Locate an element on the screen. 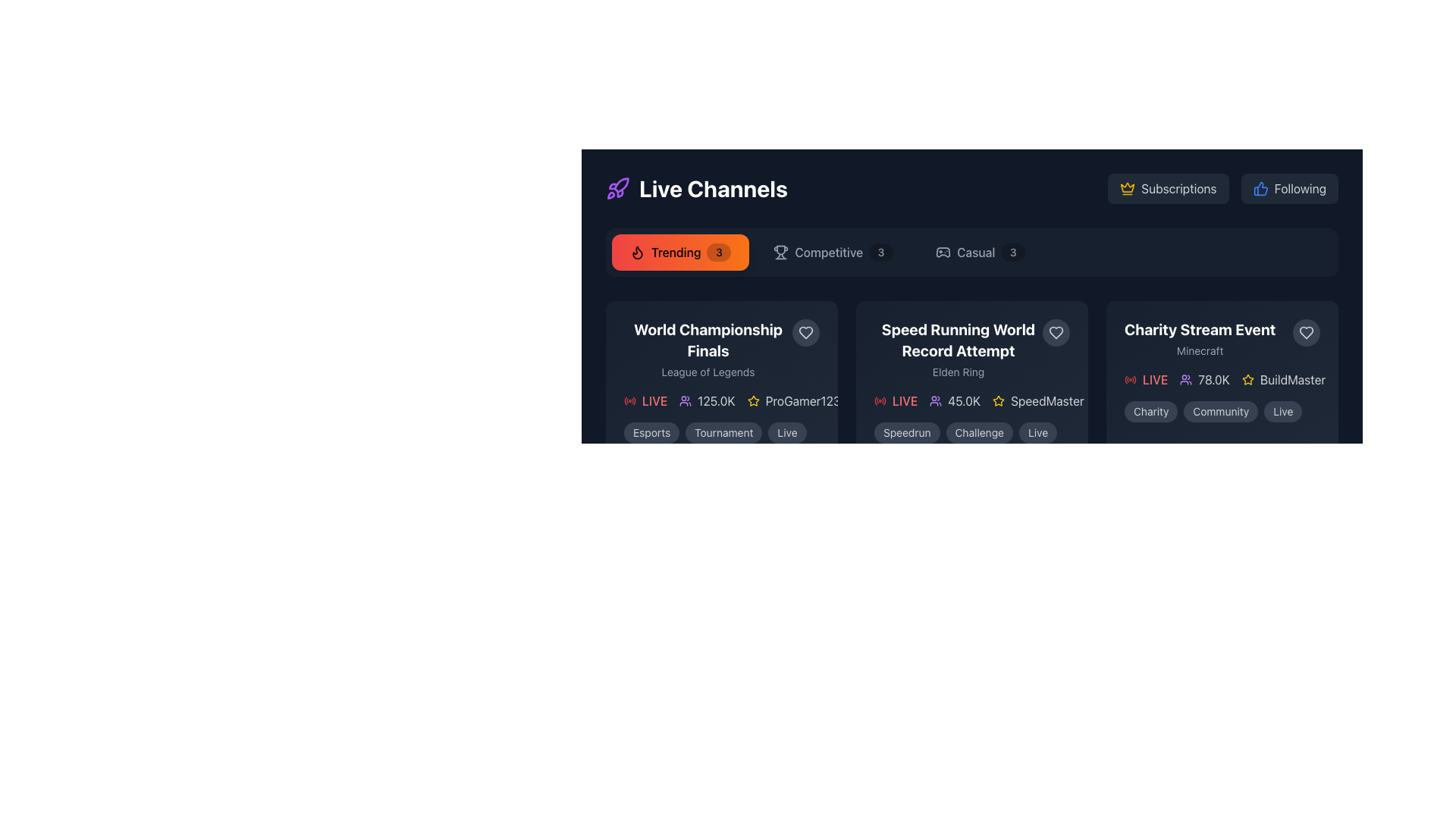 The width and height of the screenshot is (1456, 819). the non-interactive text label displaying 'Elden Ring', which is positioned below the title 'Speed Running World Record Attempt' in the second card of three horizontal cards is located at coordinates (957, 372).